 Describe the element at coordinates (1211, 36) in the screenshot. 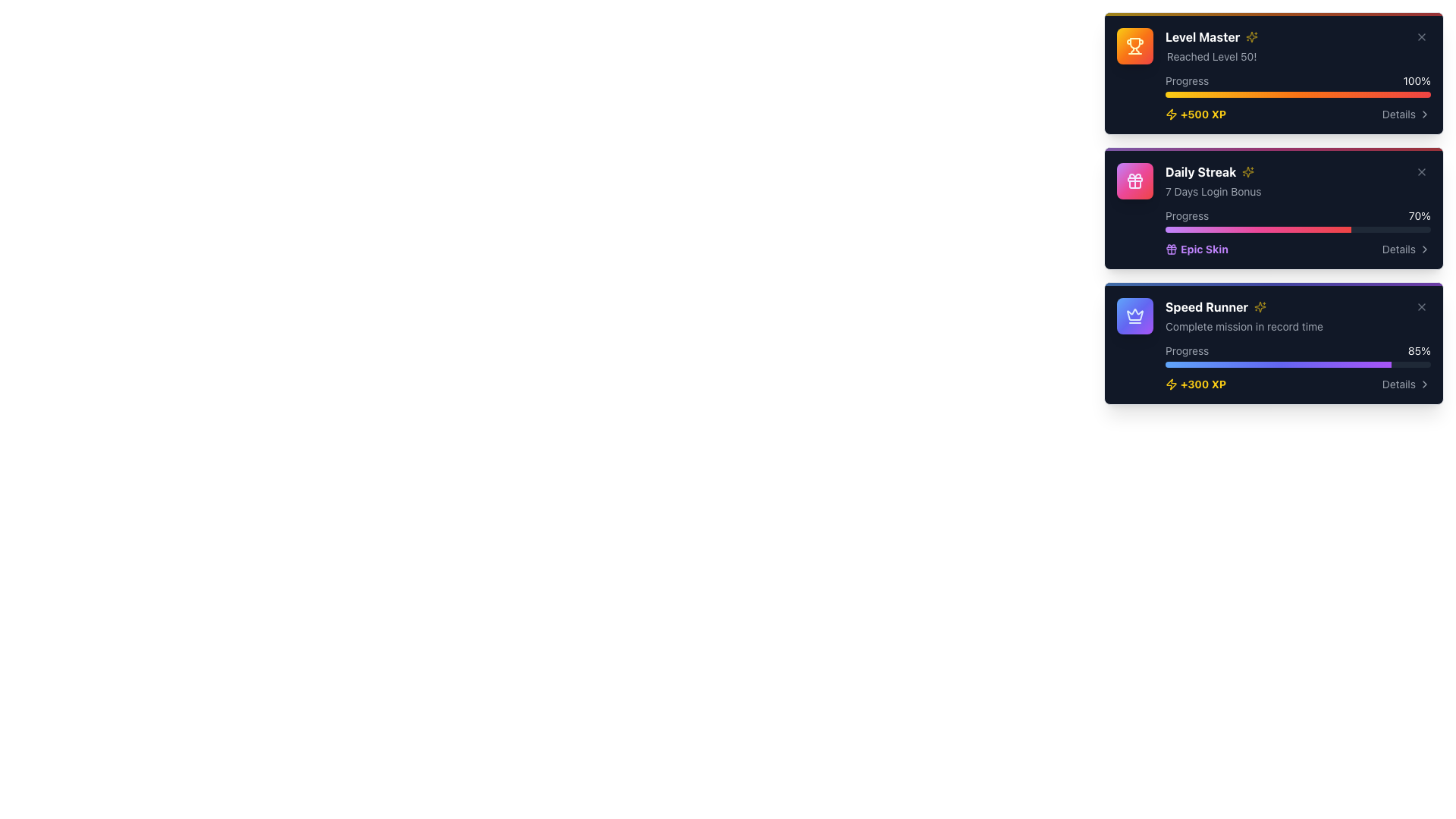

I see `the 'Level Master' label located at the top of the first card on the right side of the interface, styled with bold white font and adjacent pulsating yellow sparkles icon` at that location.